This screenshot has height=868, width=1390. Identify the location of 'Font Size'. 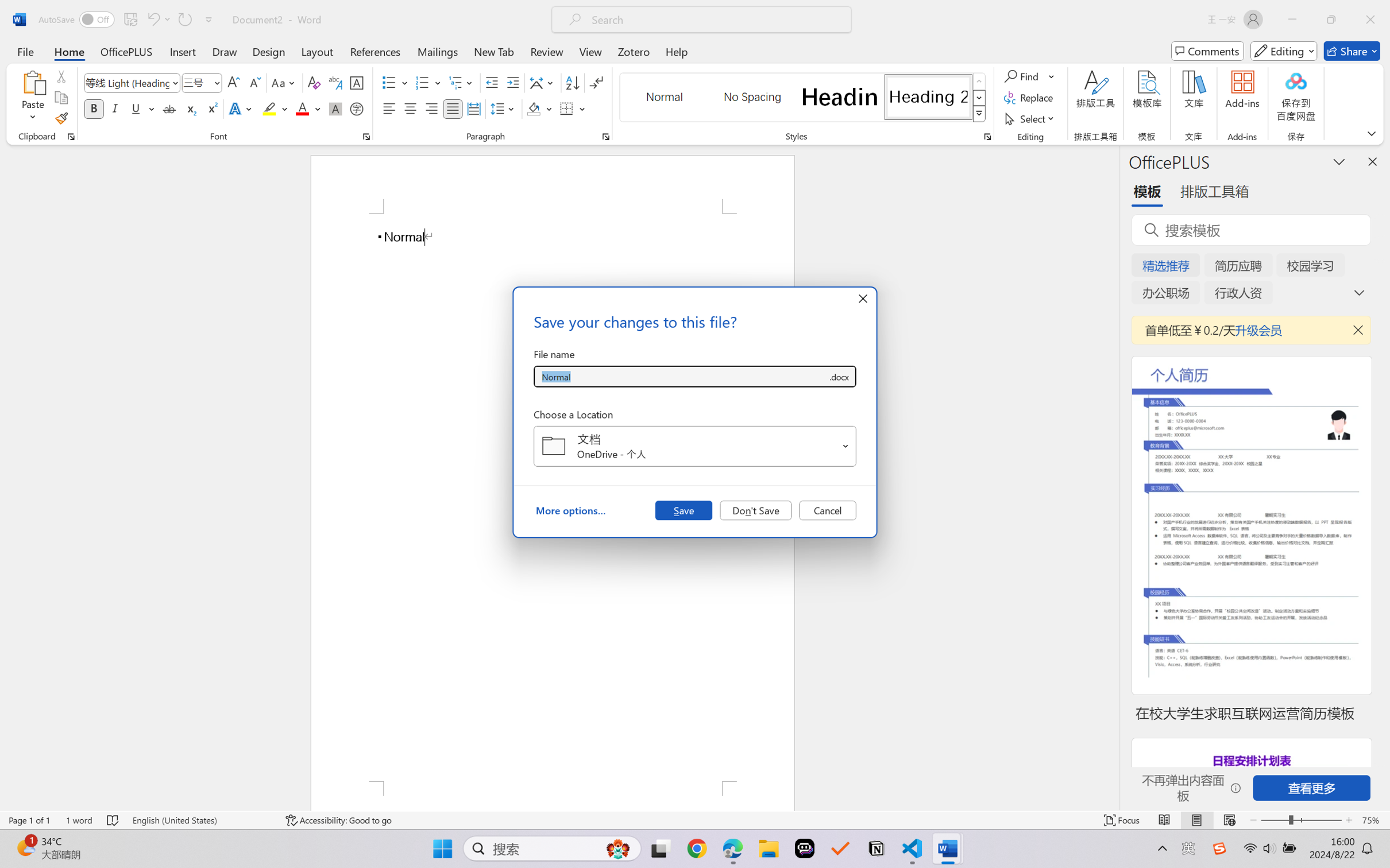
(202, 83).